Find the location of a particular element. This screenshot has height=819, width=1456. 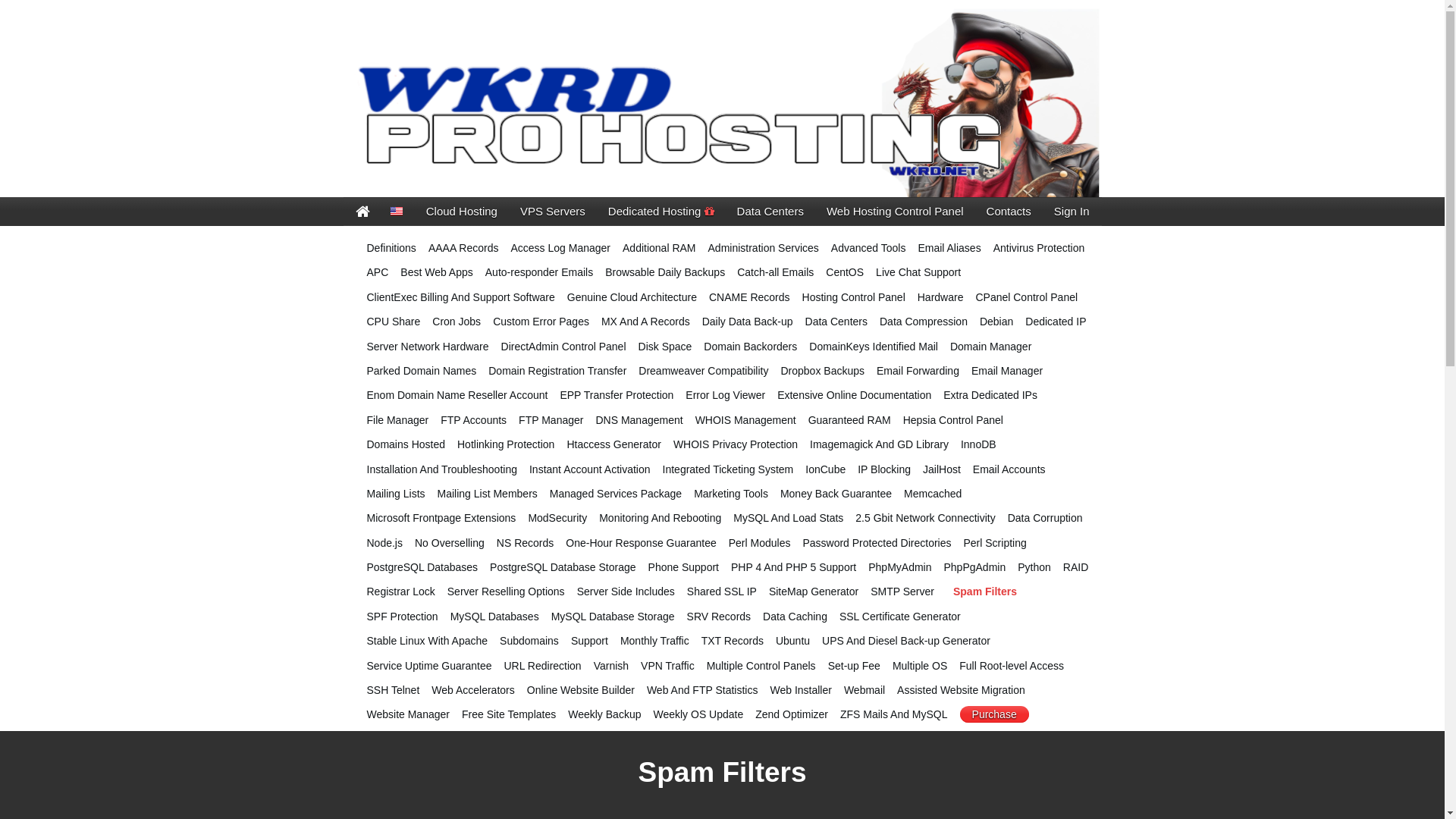

'Sign In' is located at coordinates (1071, 211).